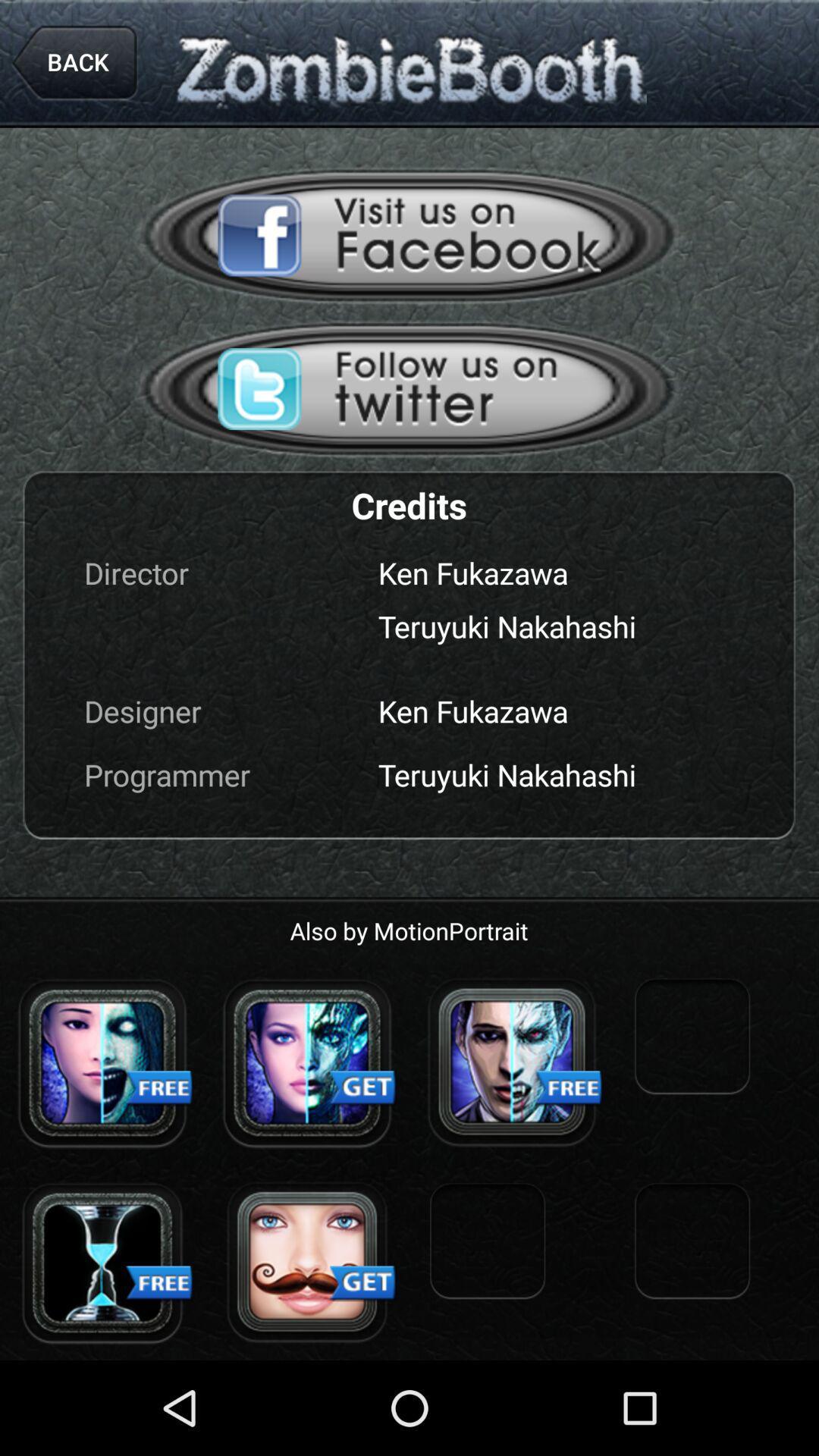 The width and height of the screenshot is (819, 1456). I want to click on this image, so click(102, 1263).